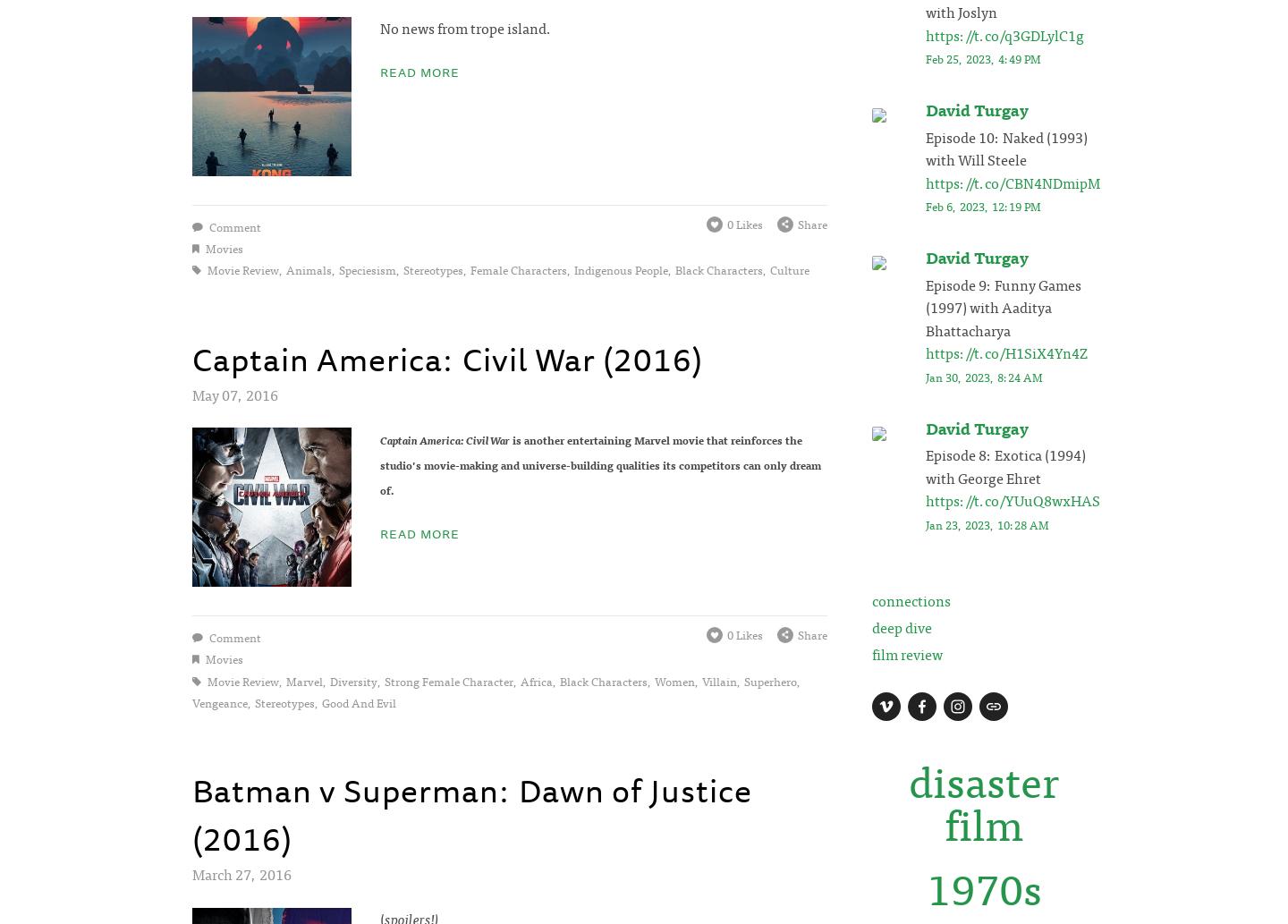  I want to click on 'vengeance', so click(218, 702).